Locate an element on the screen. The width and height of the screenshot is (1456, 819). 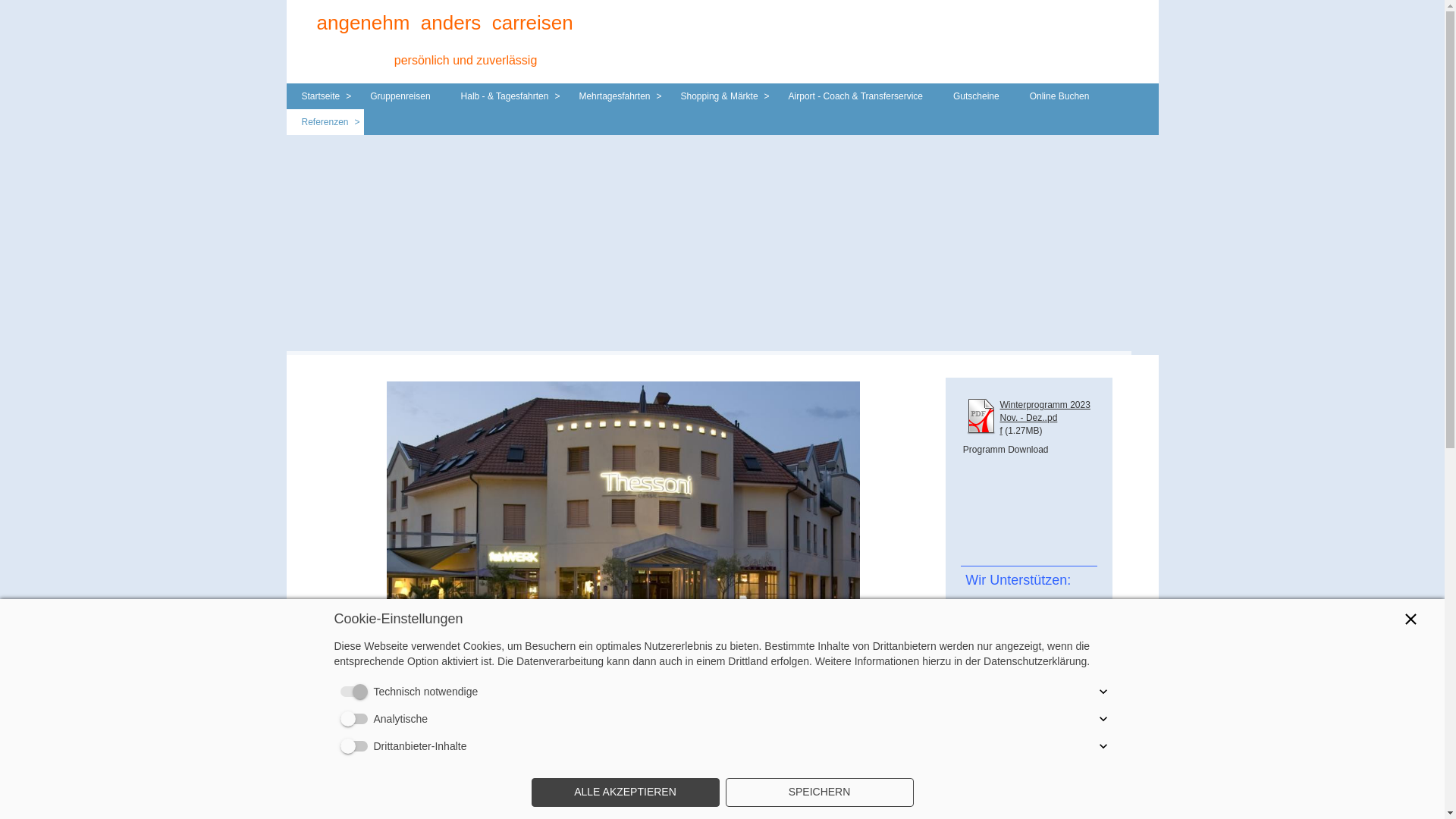
'Startseite' is located at coordinates (320, 96).